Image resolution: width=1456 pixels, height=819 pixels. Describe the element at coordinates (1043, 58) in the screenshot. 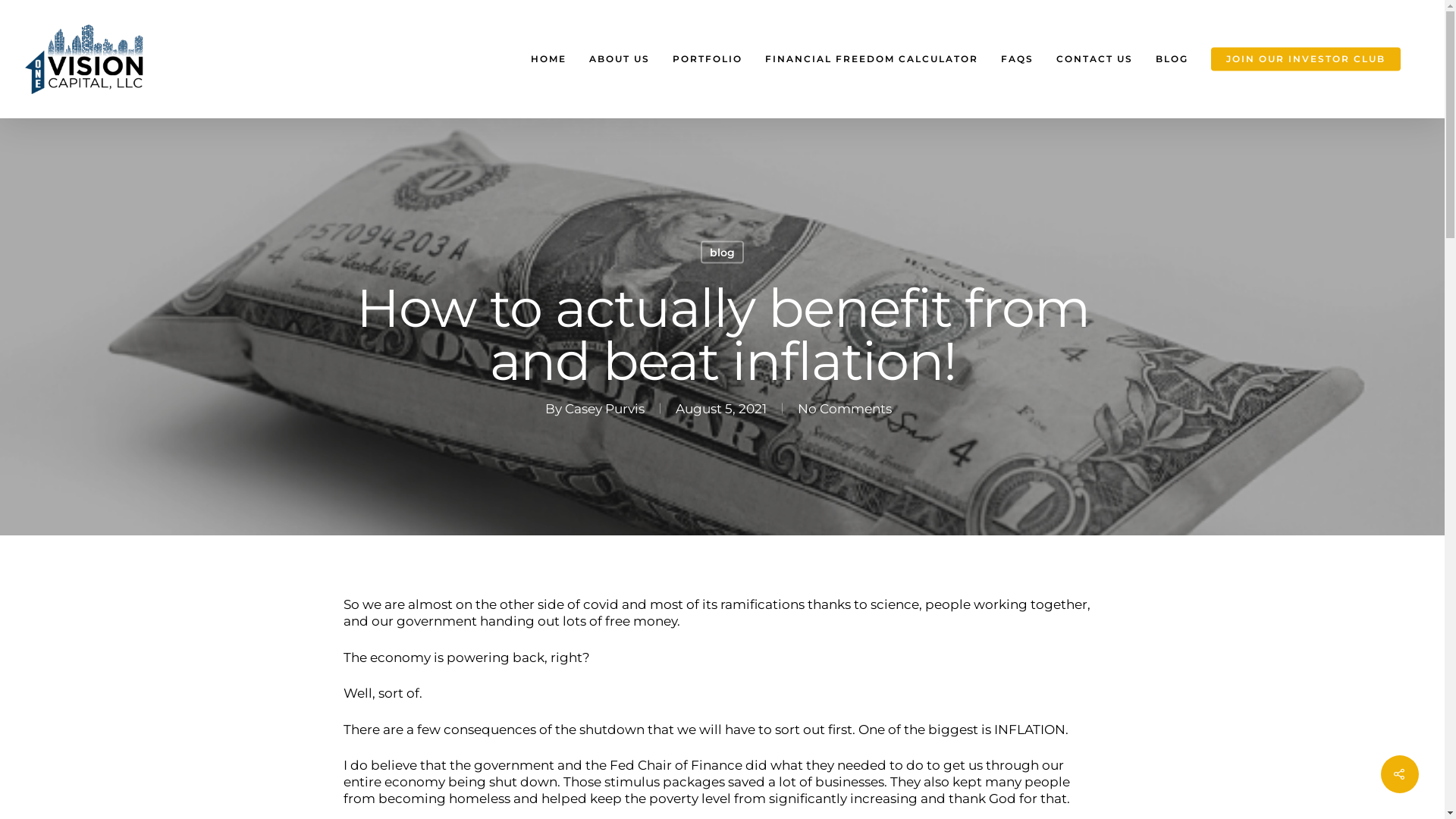

I see `'CONTACT US'` at that location.